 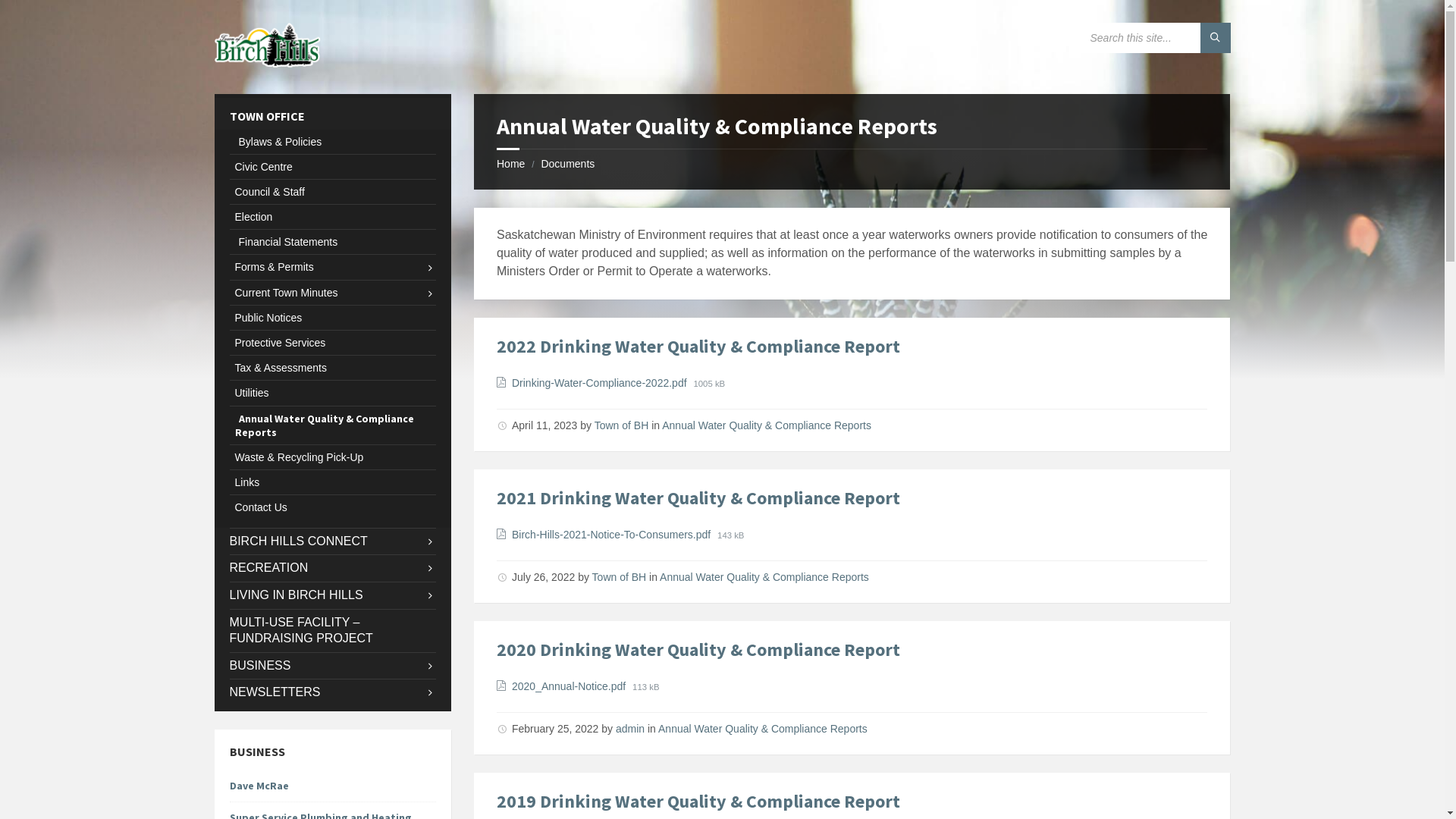 What do you see at coordinates (331, 507) in the screenshot?
I see `'Contact Us'` at bounding box center [331, 507].